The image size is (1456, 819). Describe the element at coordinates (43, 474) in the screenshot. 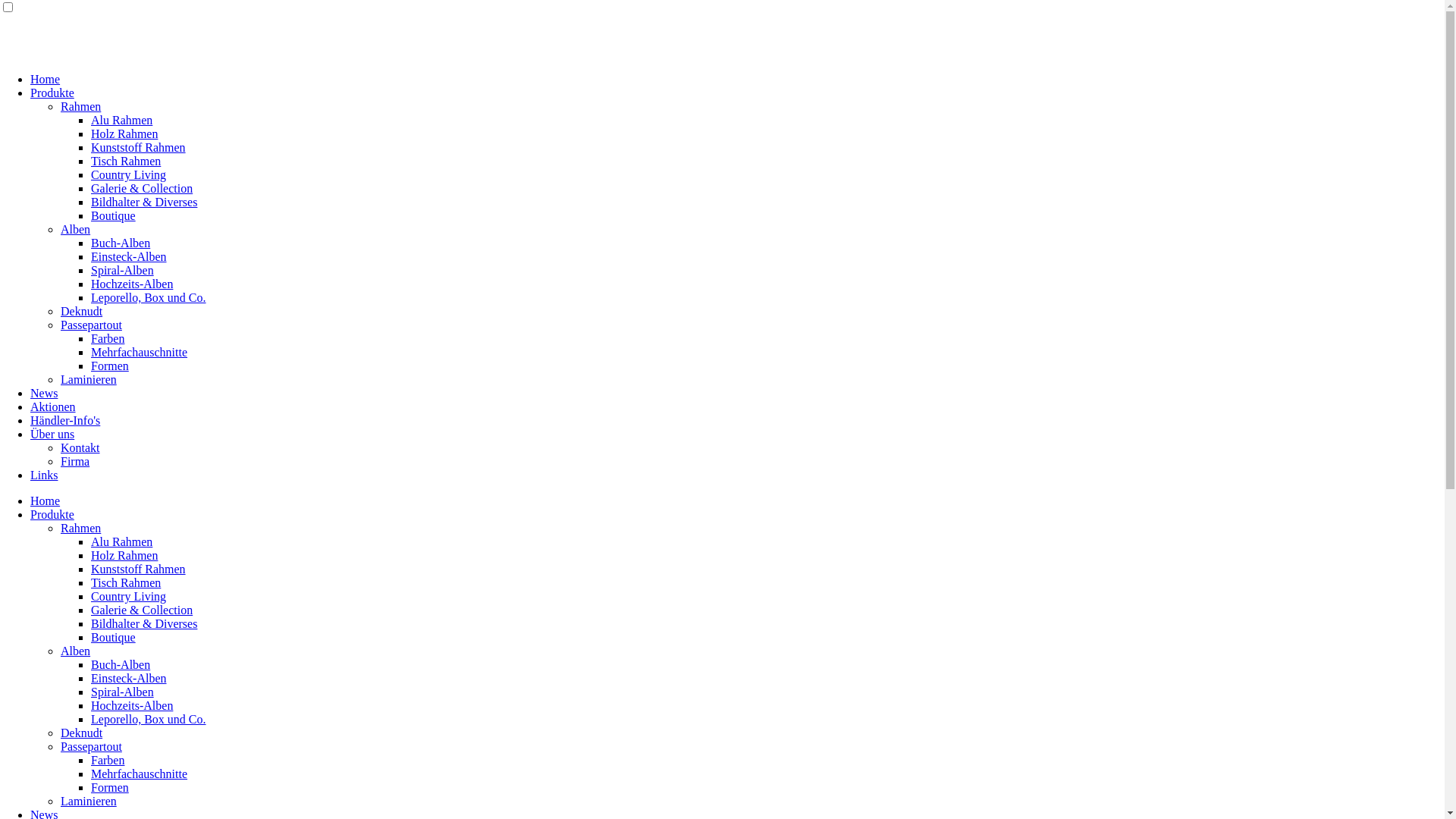

I see `'Links'` at that location.